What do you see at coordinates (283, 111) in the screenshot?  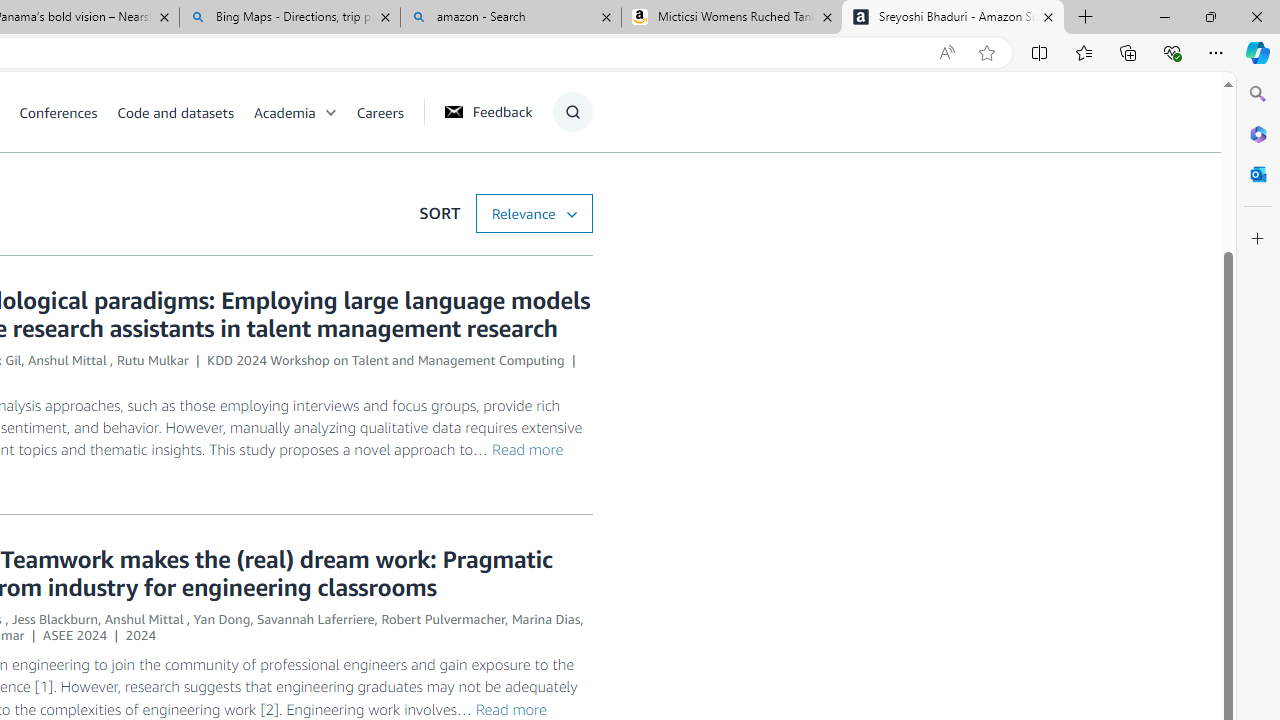 I see `'Academia'` at bounding box center [283, 111].